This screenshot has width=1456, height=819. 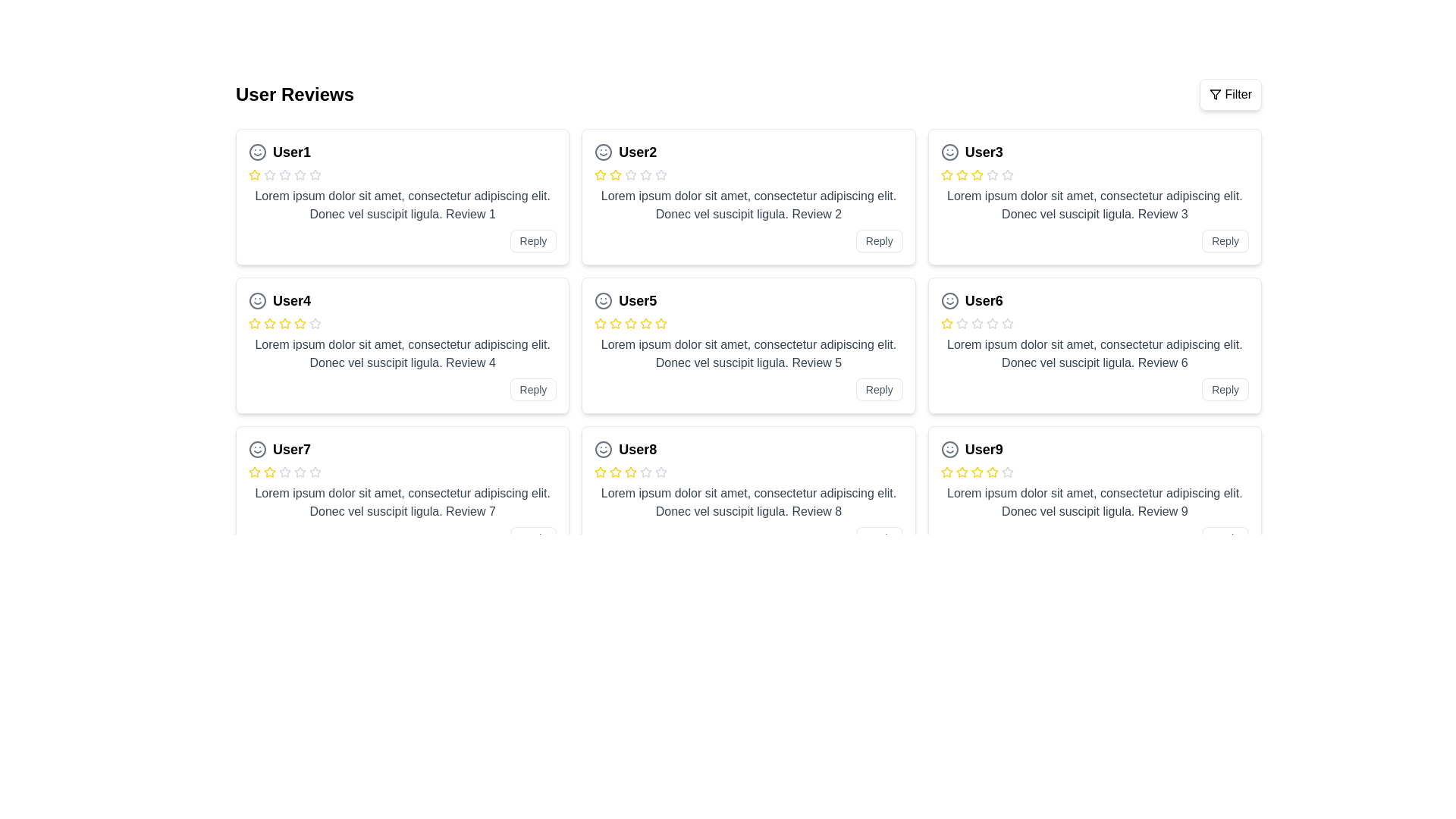 What do you see at coordinates (646, 322) in the screenshot?
I see `the third star icon in the 5-star rating system on User5's review card to set a rating` at bounding box center [646, 322].